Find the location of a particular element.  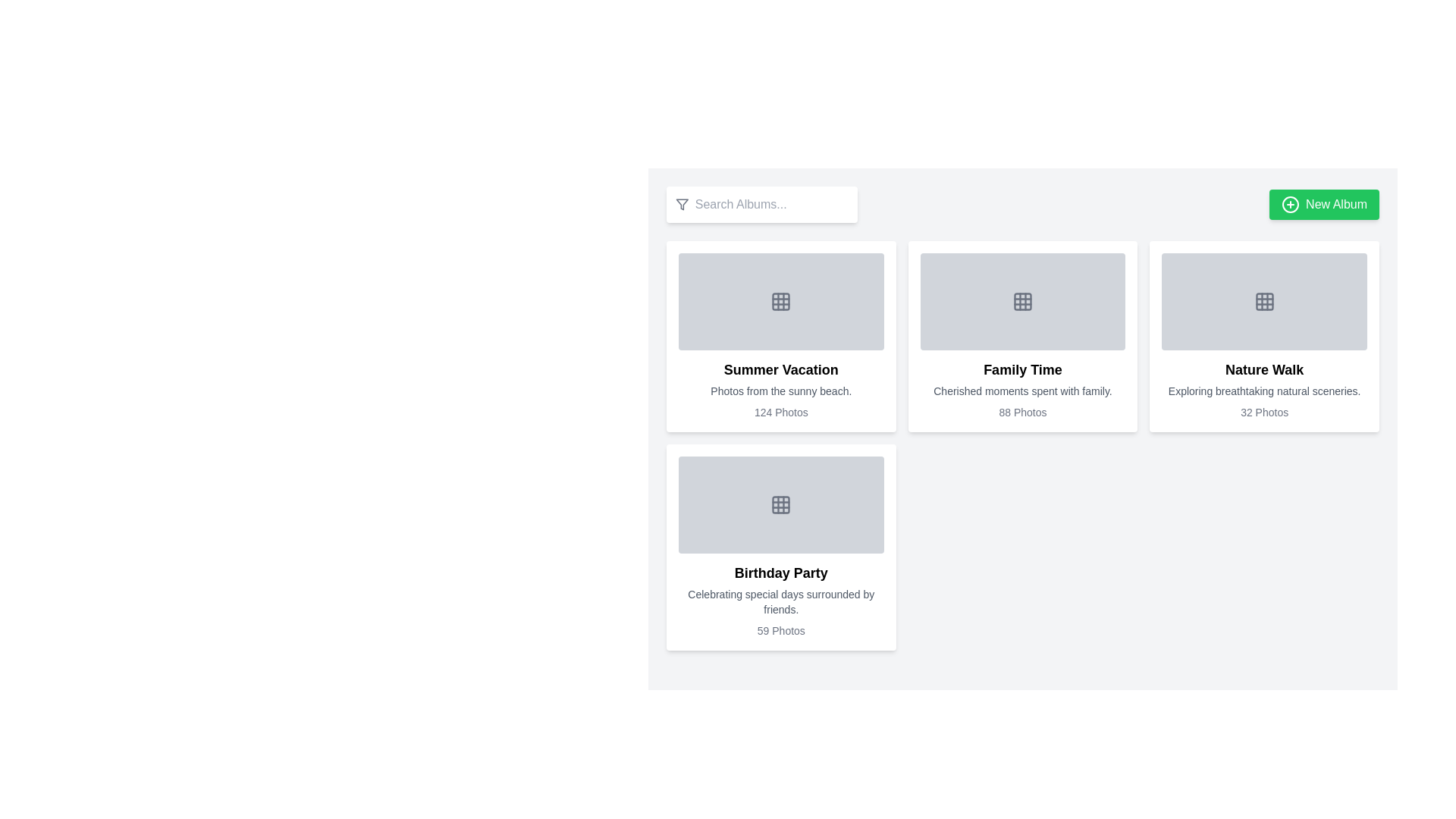

the grid icon located in the top-left card of the grid layout, which is centered above the album title 'Summer Vacation' is located at coordinates (781, 301).